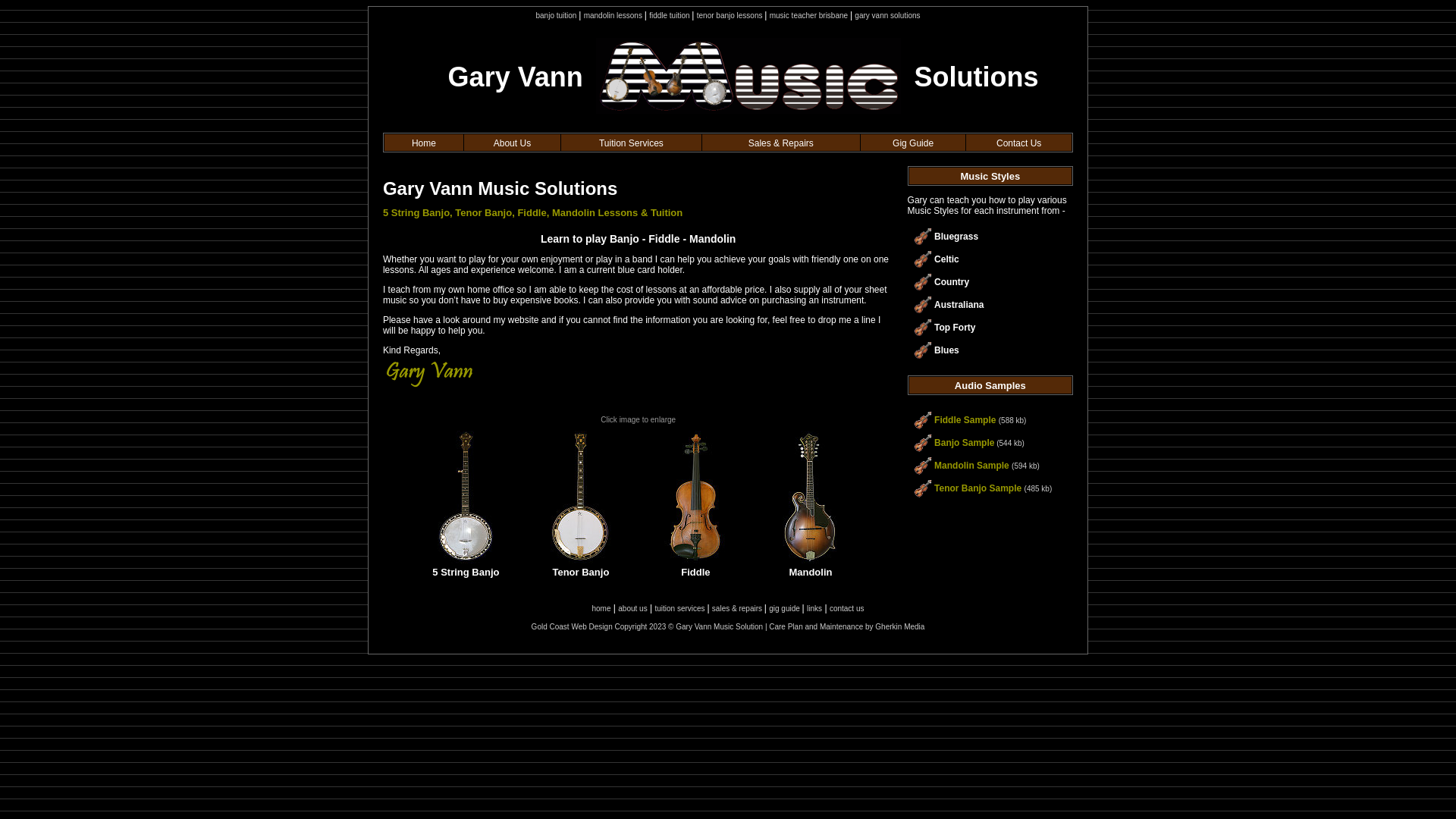 The image size is (1456, 819). I want to click on 'tenor banjo lessons', so click(731, 15).